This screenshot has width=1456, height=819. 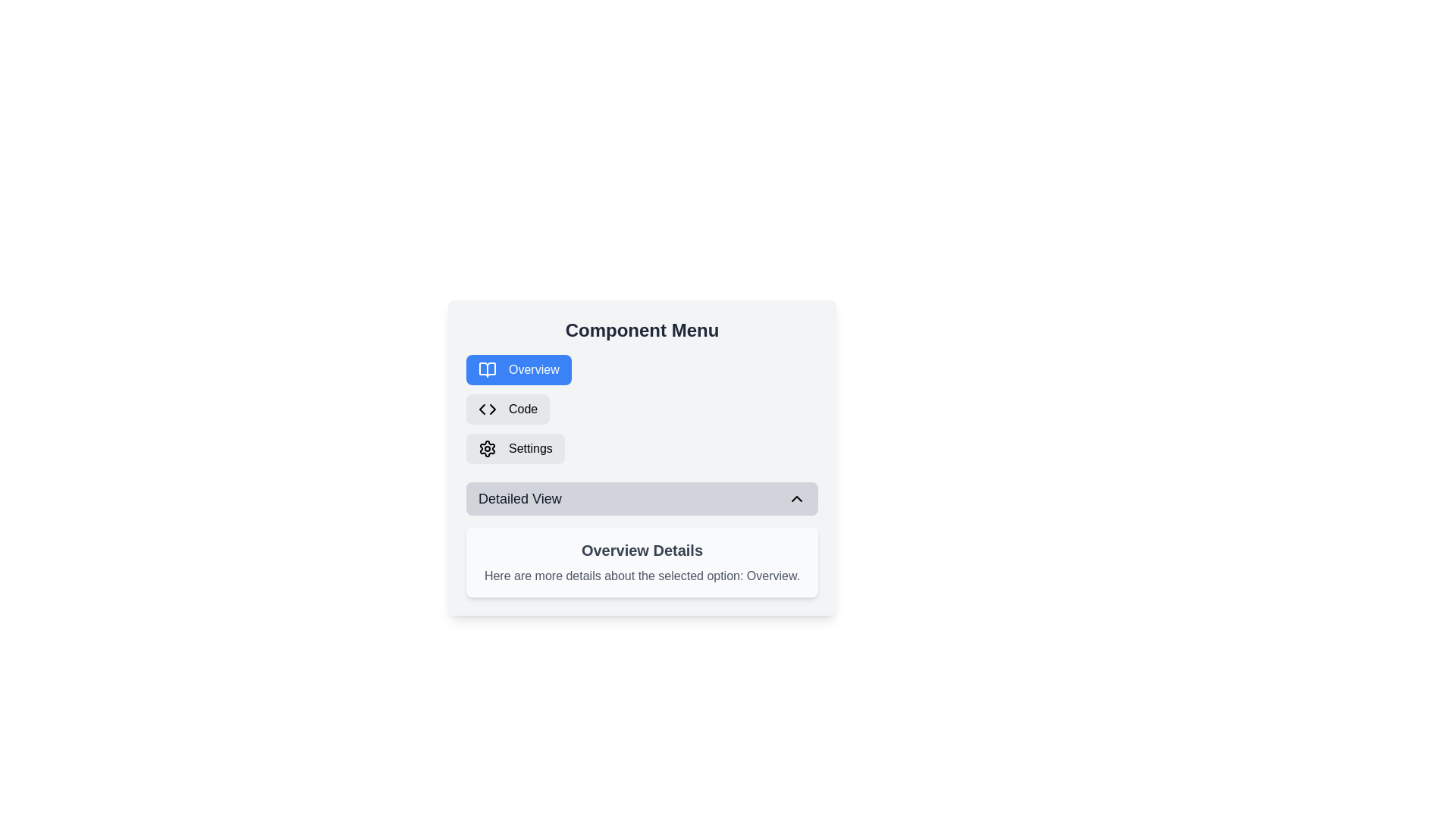 What do you see at coordinates (488, 447) in the screenshot?
I see `the gear-shaped icon representing settings in the vertical menu` at bounding box center [488, 447].